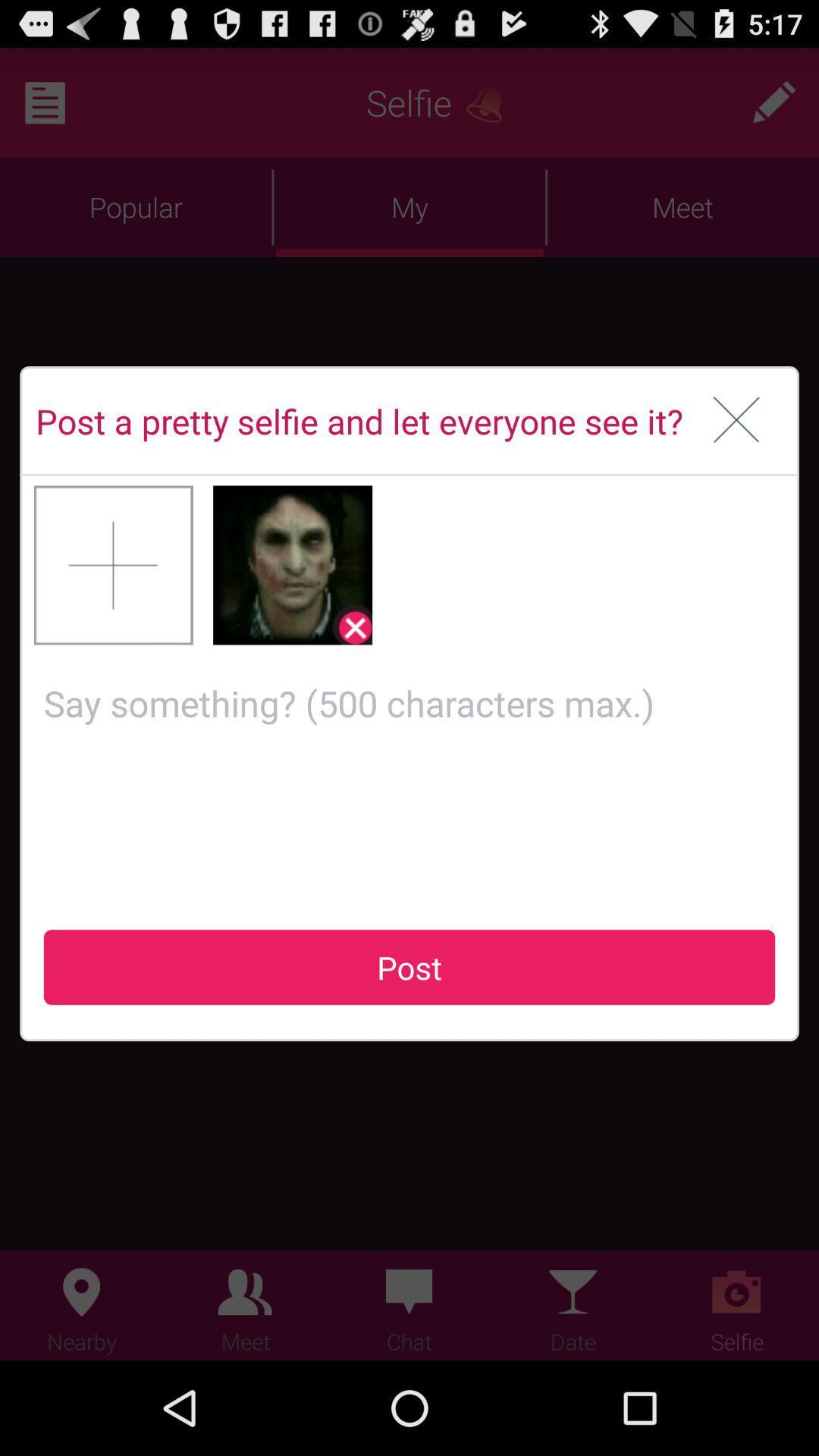 Image resolution: width=819 pixels, height=1456 pixels. I want to click on the add icon, so click(113, 604).